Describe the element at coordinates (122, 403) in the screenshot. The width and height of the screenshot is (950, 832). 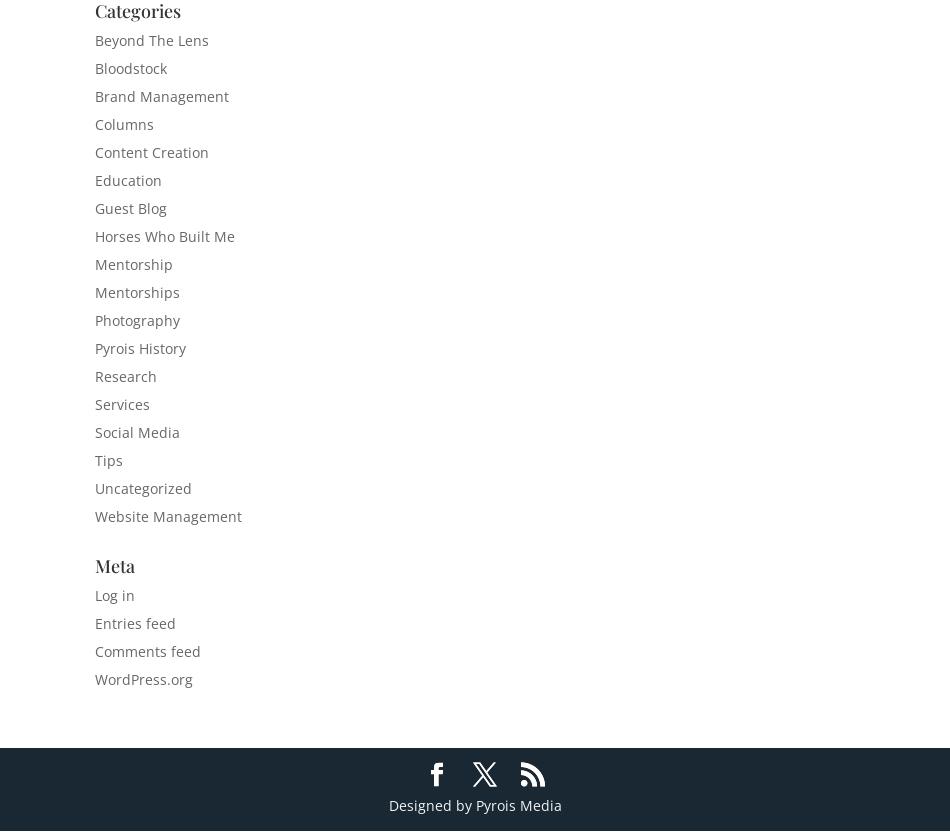
I see `'Services'` at that location.